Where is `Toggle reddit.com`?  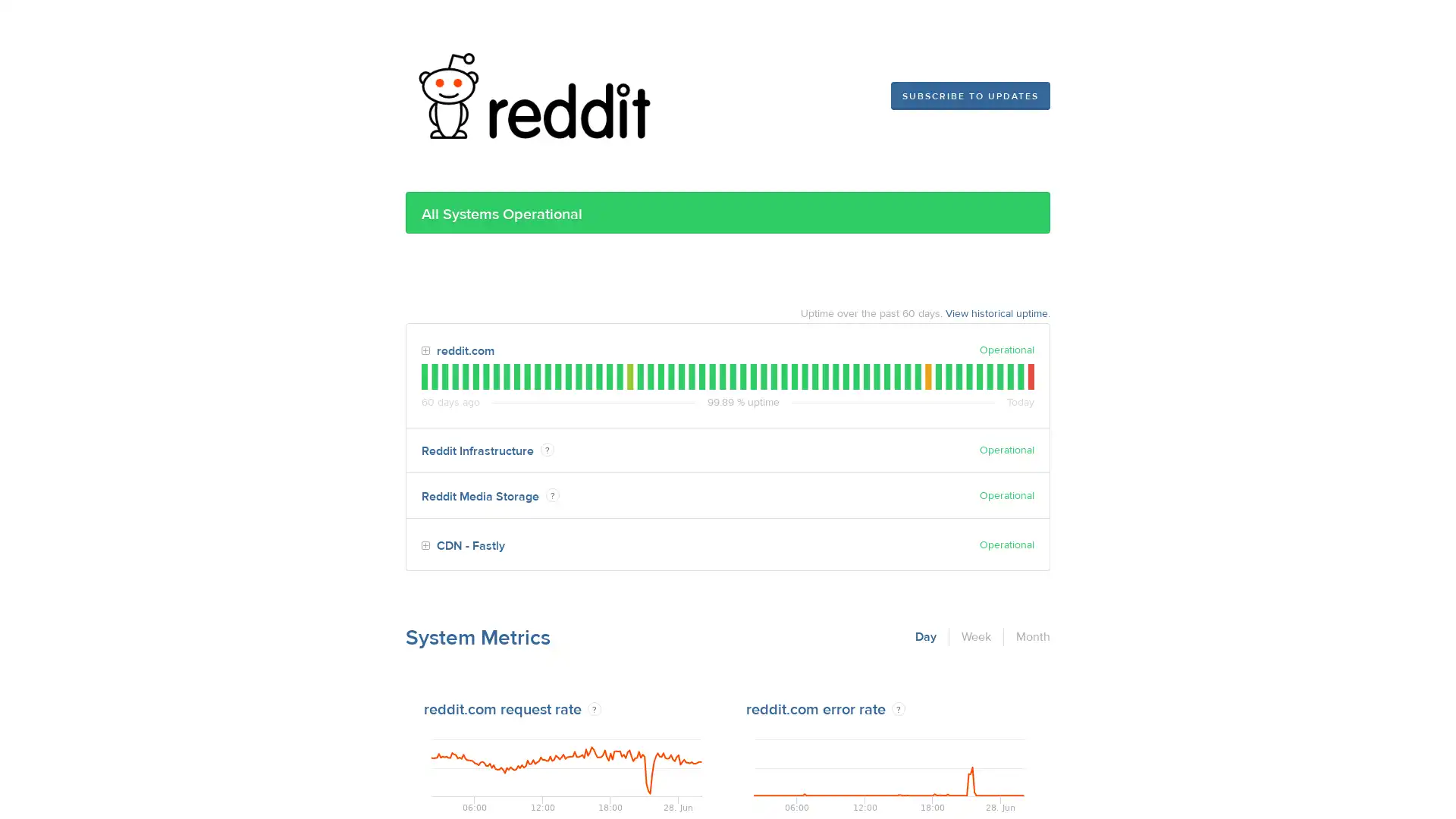
Toggle reddit.com is located at coordinates (425, 350).